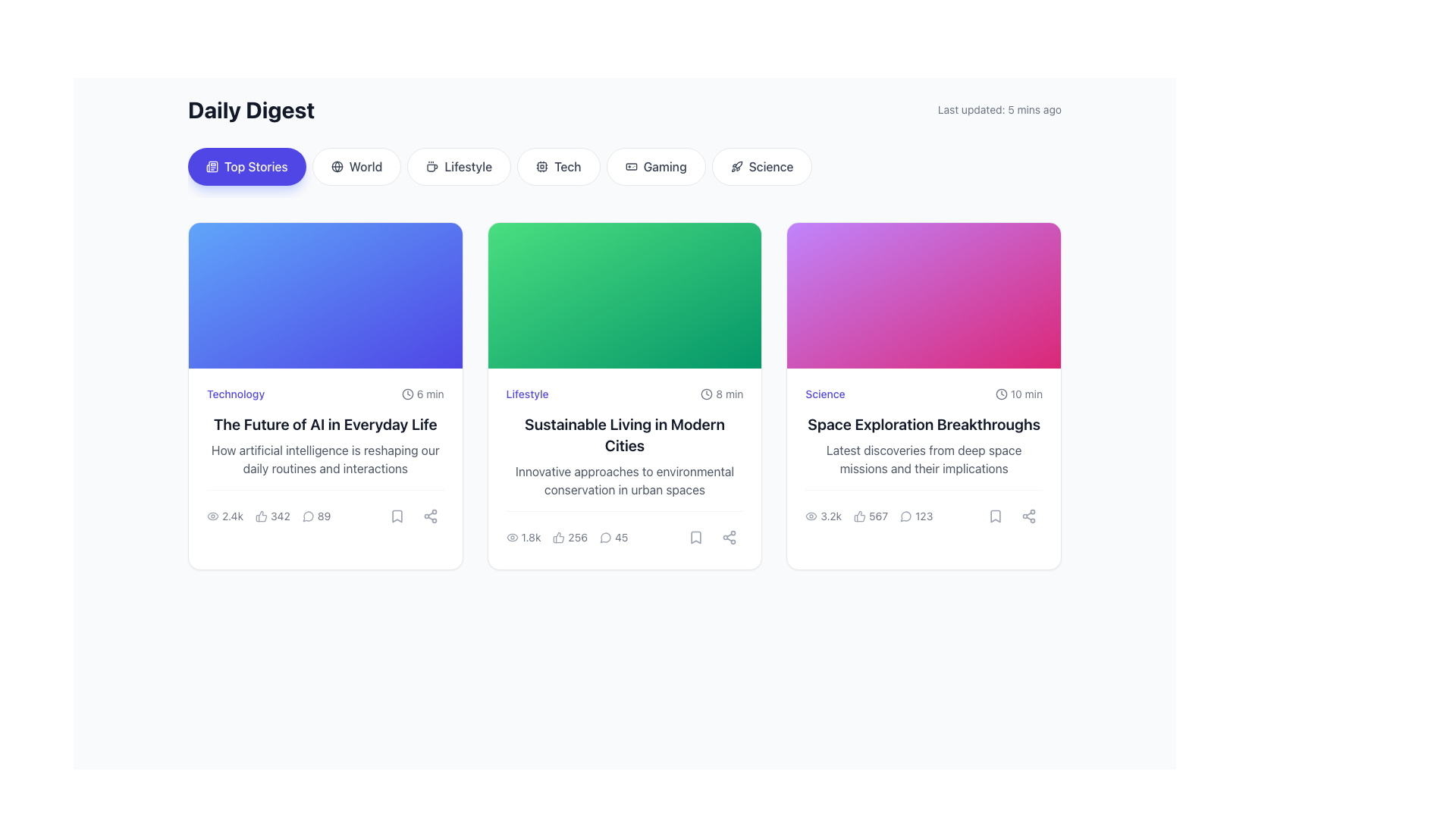  I want to click on the static text element displaying the number of comments related to the card titled 'Space Exploration Breakthroughs' in the 'Science' category, so click(923, 510).